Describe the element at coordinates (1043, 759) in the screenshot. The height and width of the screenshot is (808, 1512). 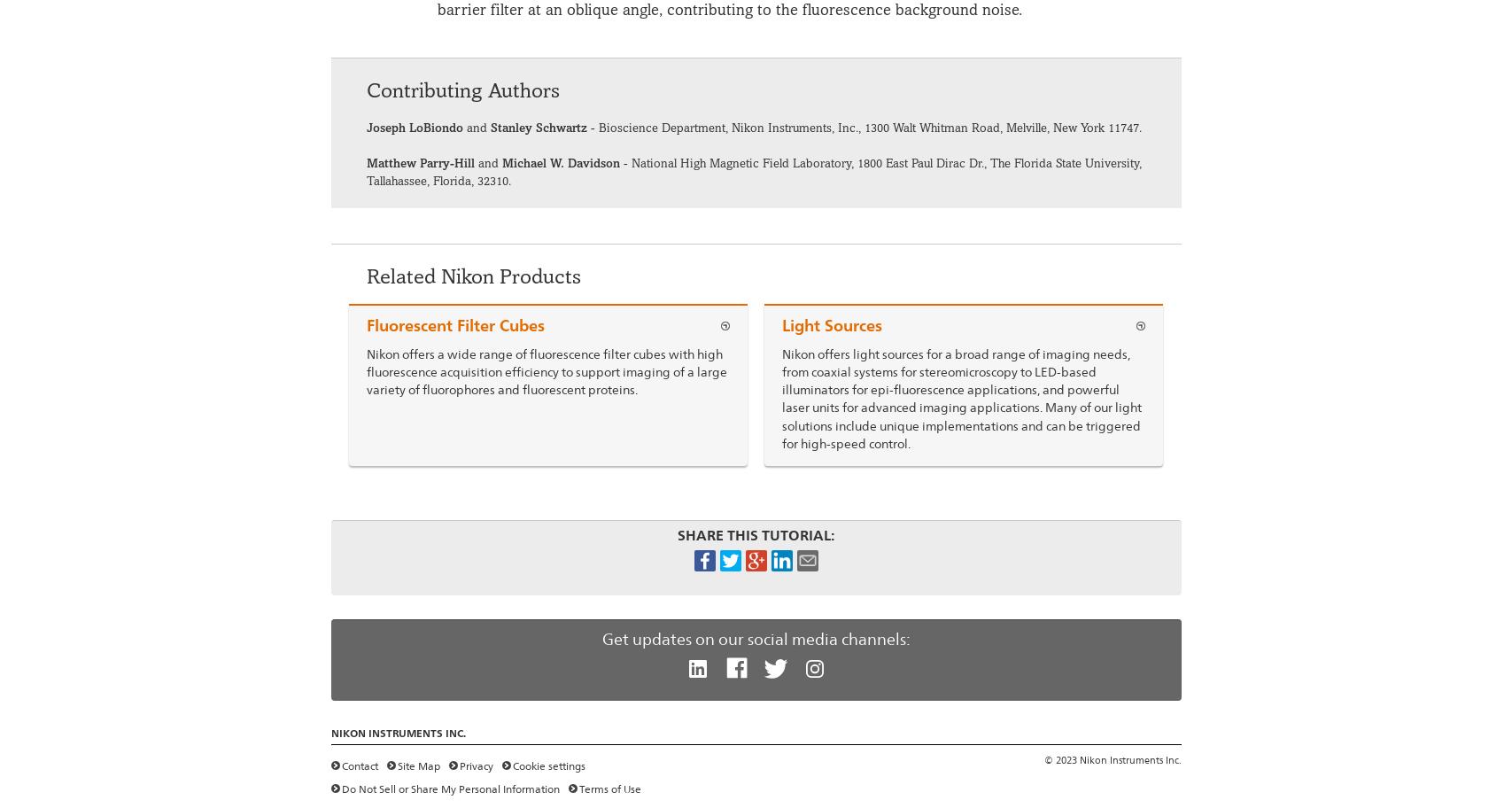
I see `'© 2023 Nikon Instruments Inc.'` at that location.